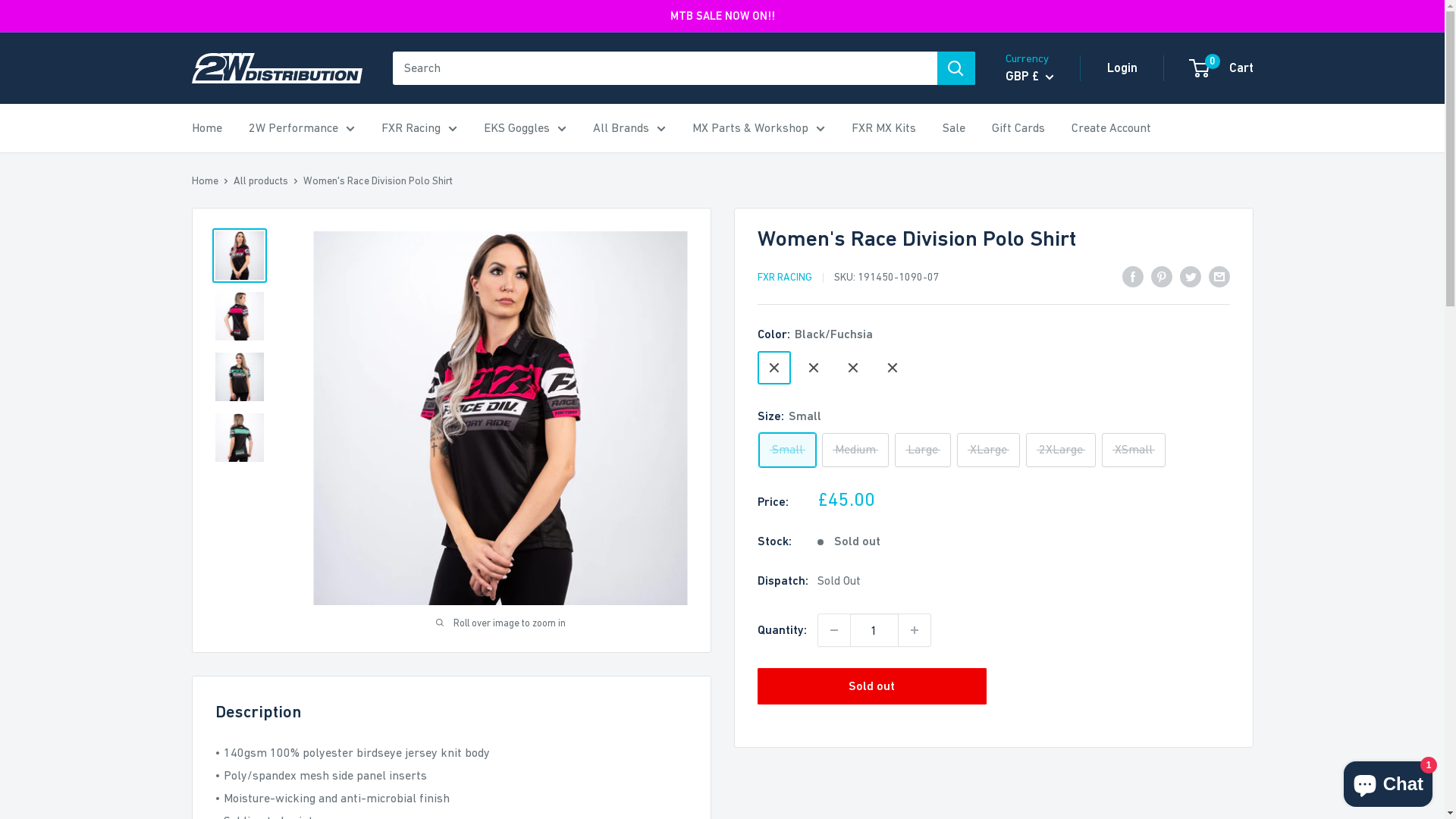 Image resolution: width=1456 pixels, height=819 pixels. I want to click on 'Sold out', so click(871, 686).